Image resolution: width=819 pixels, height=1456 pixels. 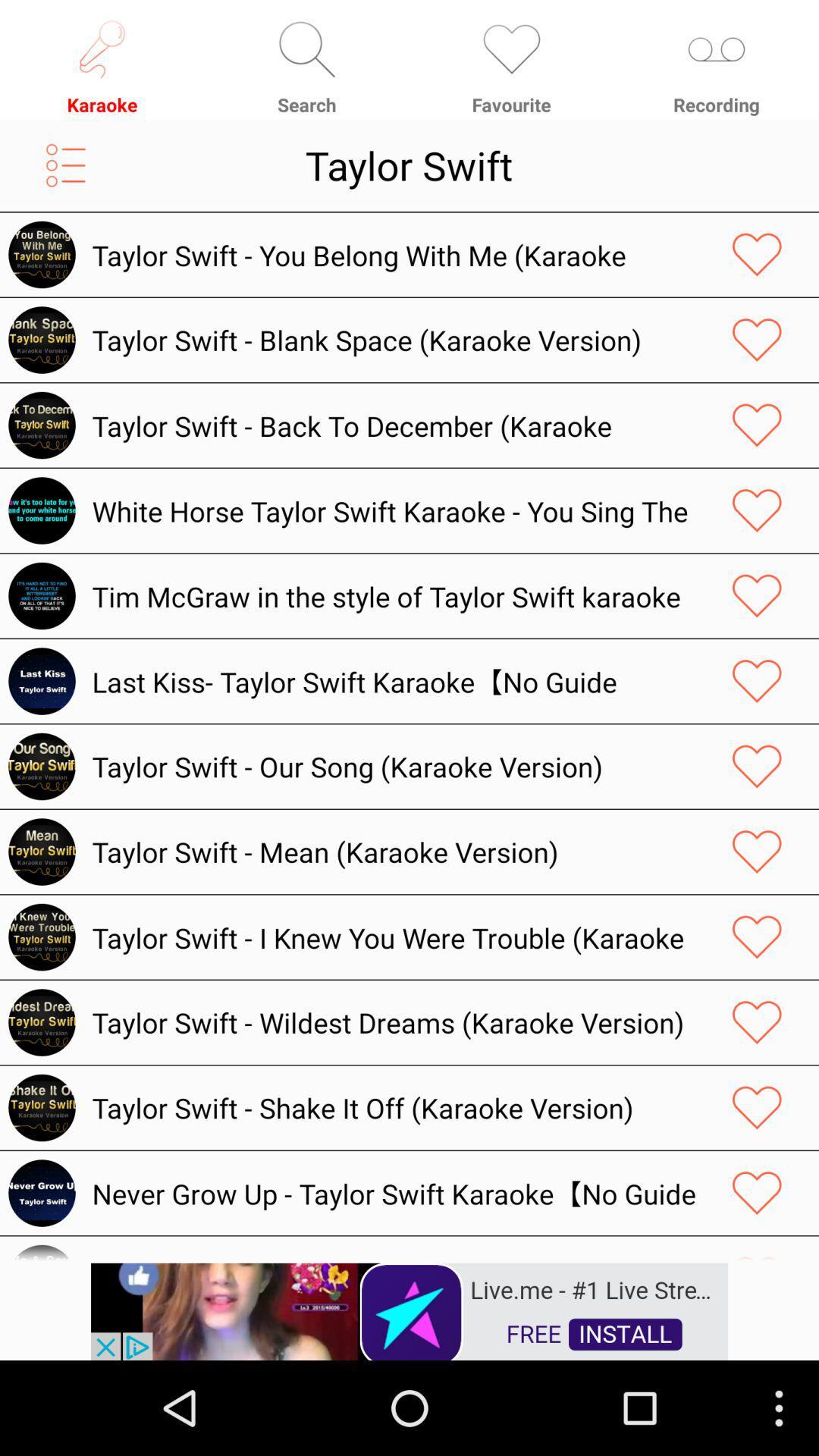 I want to click on like a music, so click(x=757, y=255).